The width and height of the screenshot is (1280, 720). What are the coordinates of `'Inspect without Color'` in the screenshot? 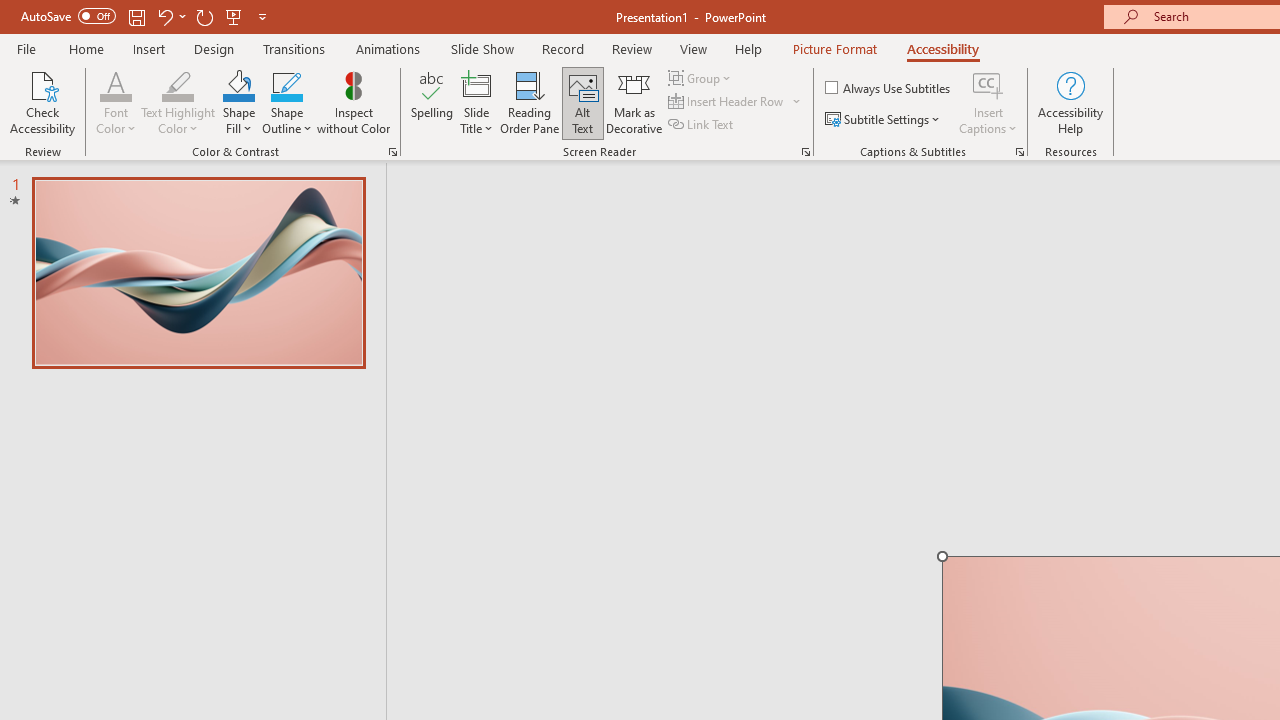 It's located at (353, 103).